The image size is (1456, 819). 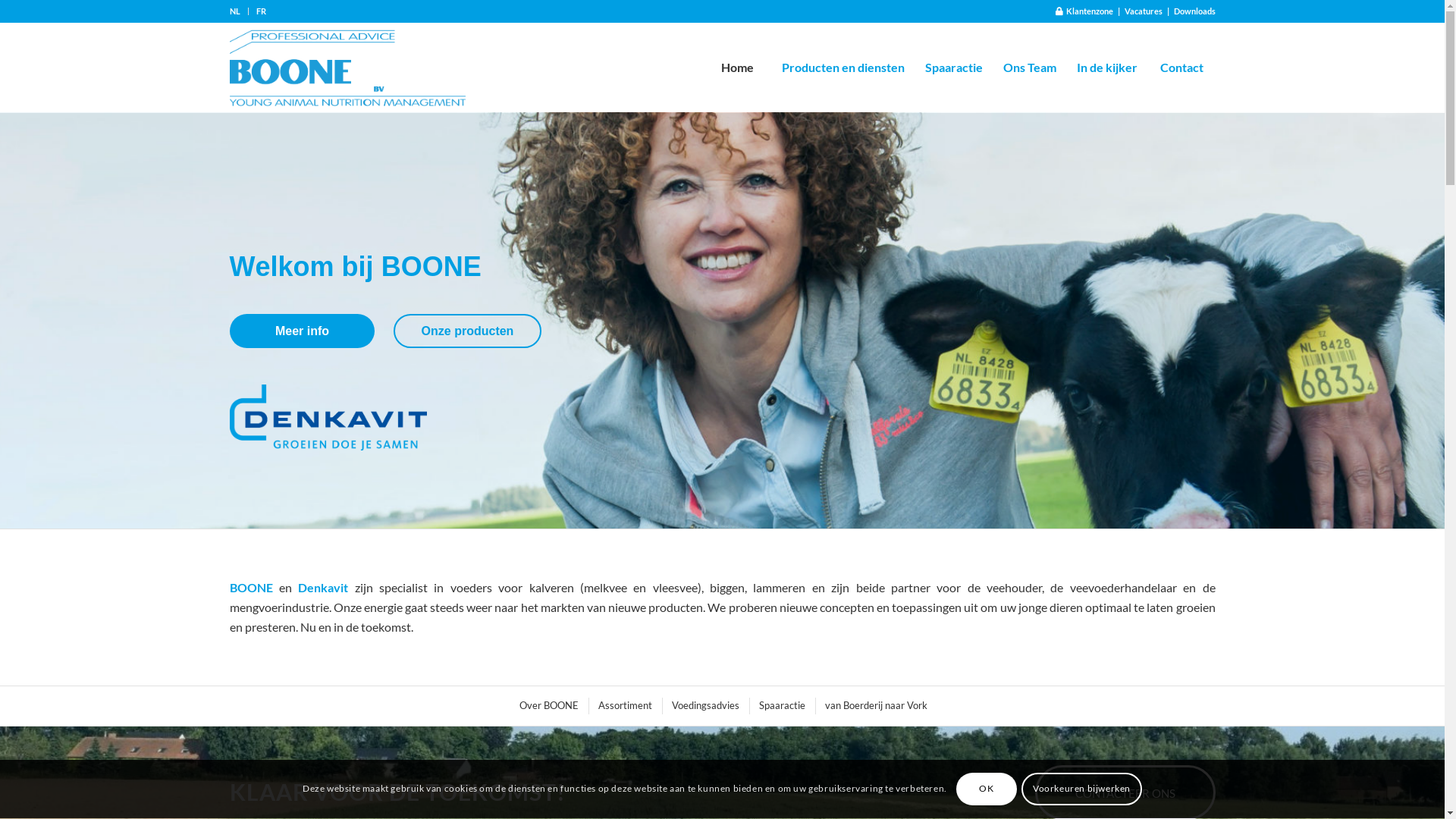 I want to click on 'Ons Team', so click(x=1028, y=66).